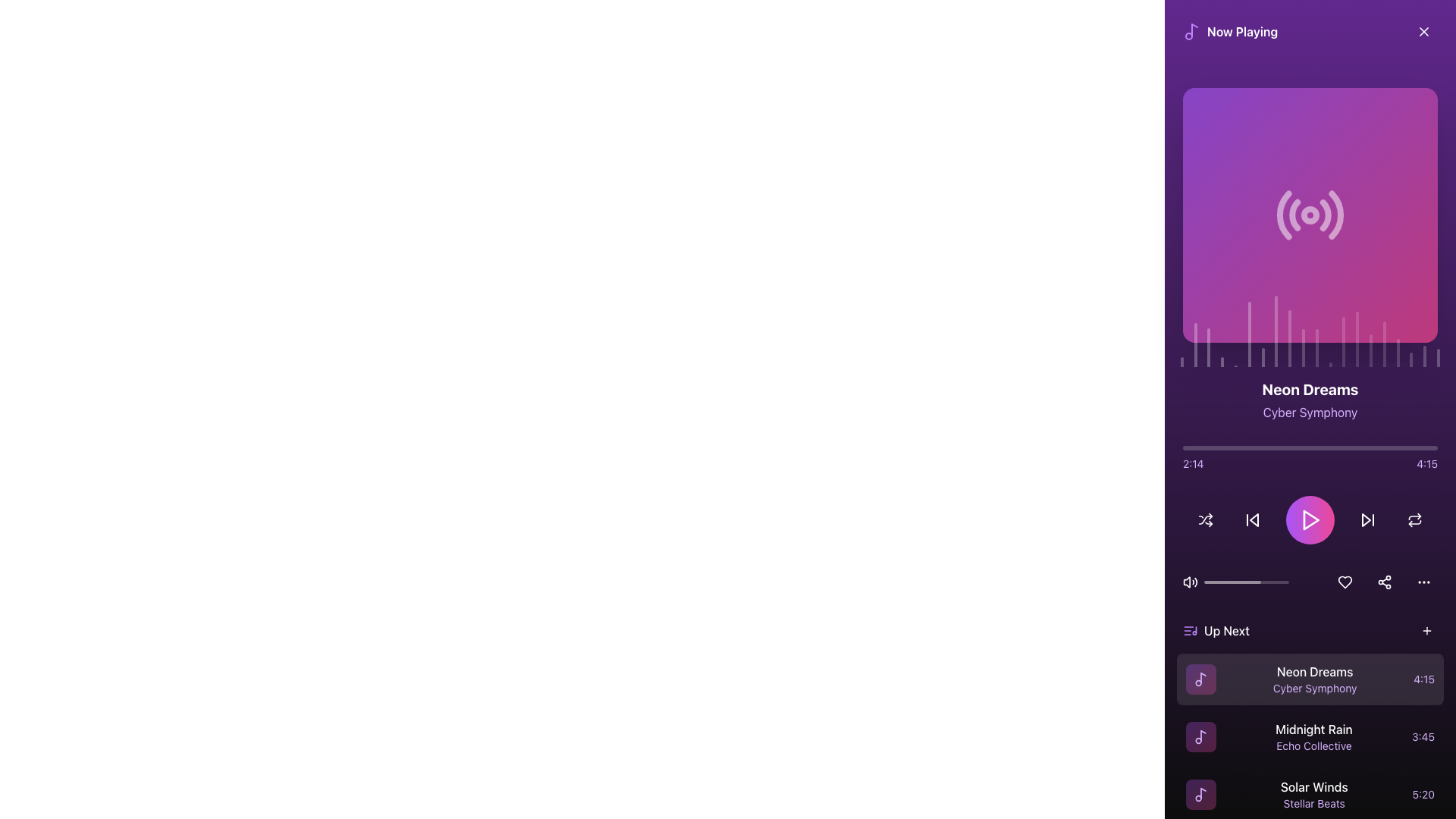 This screenshot has width=1456, height=819. What do you see at coordinates (1313, 794) in the screenshot?
I see `the 'Solar Winds' text label` at bounding box center [1313, 794].